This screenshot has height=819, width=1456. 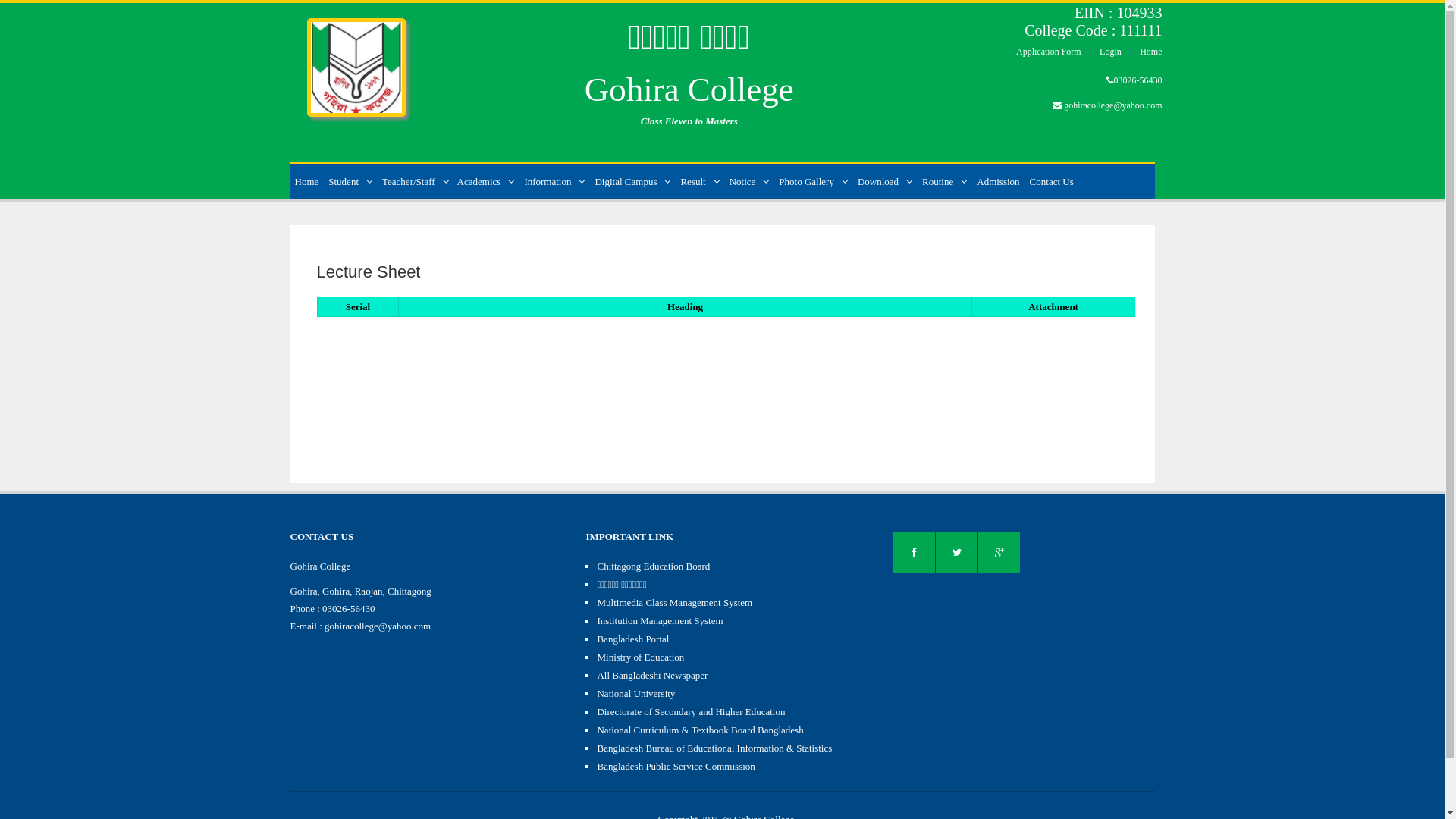 What do you see at coordinates (1150, 51) in the screenshot?
I see `'Home'` at bounding box center [1150, 51].